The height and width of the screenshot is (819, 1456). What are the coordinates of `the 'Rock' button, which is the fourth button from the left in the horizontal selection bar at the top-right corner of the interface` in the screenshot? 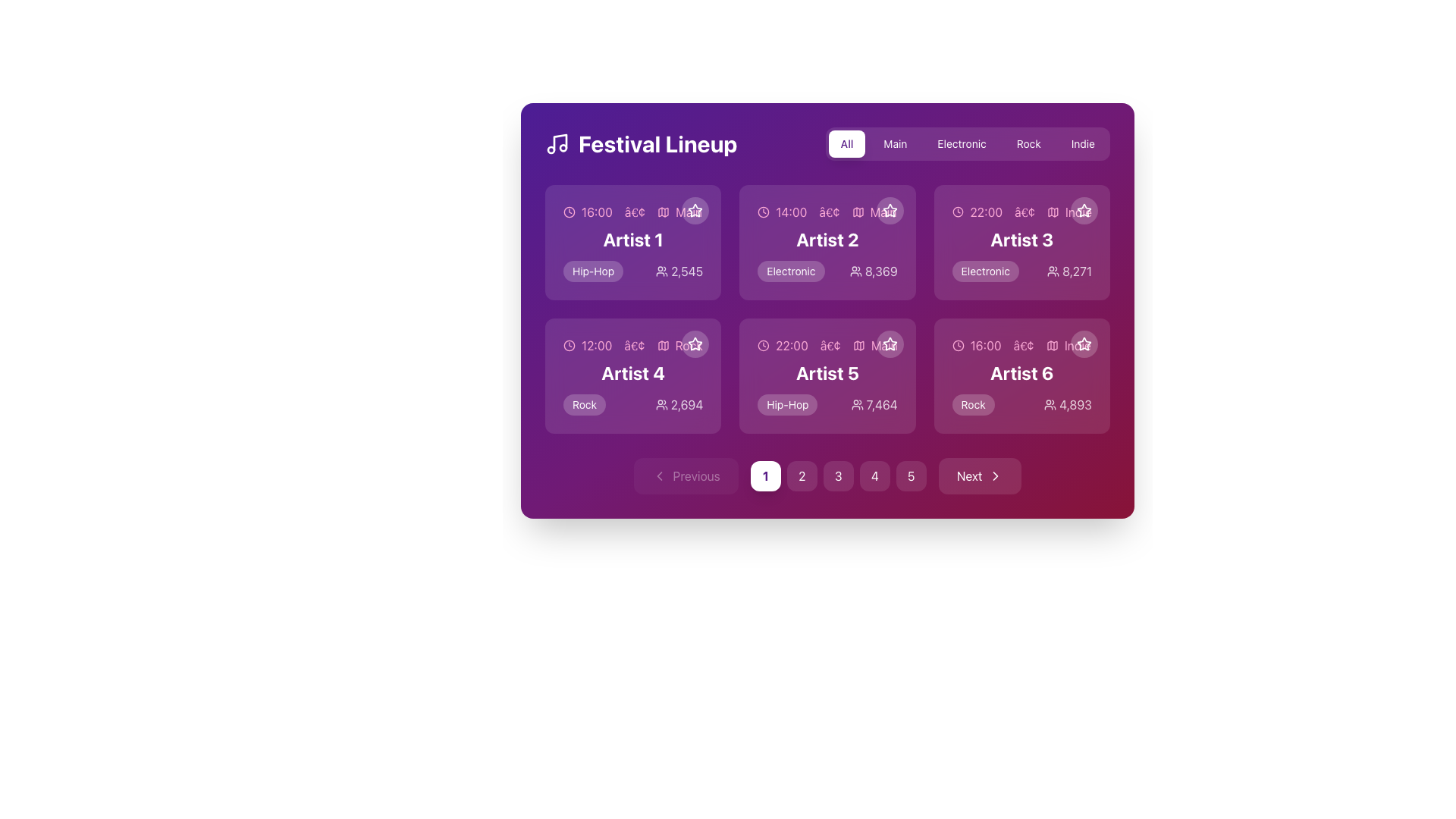 It's located at (1028, 143).